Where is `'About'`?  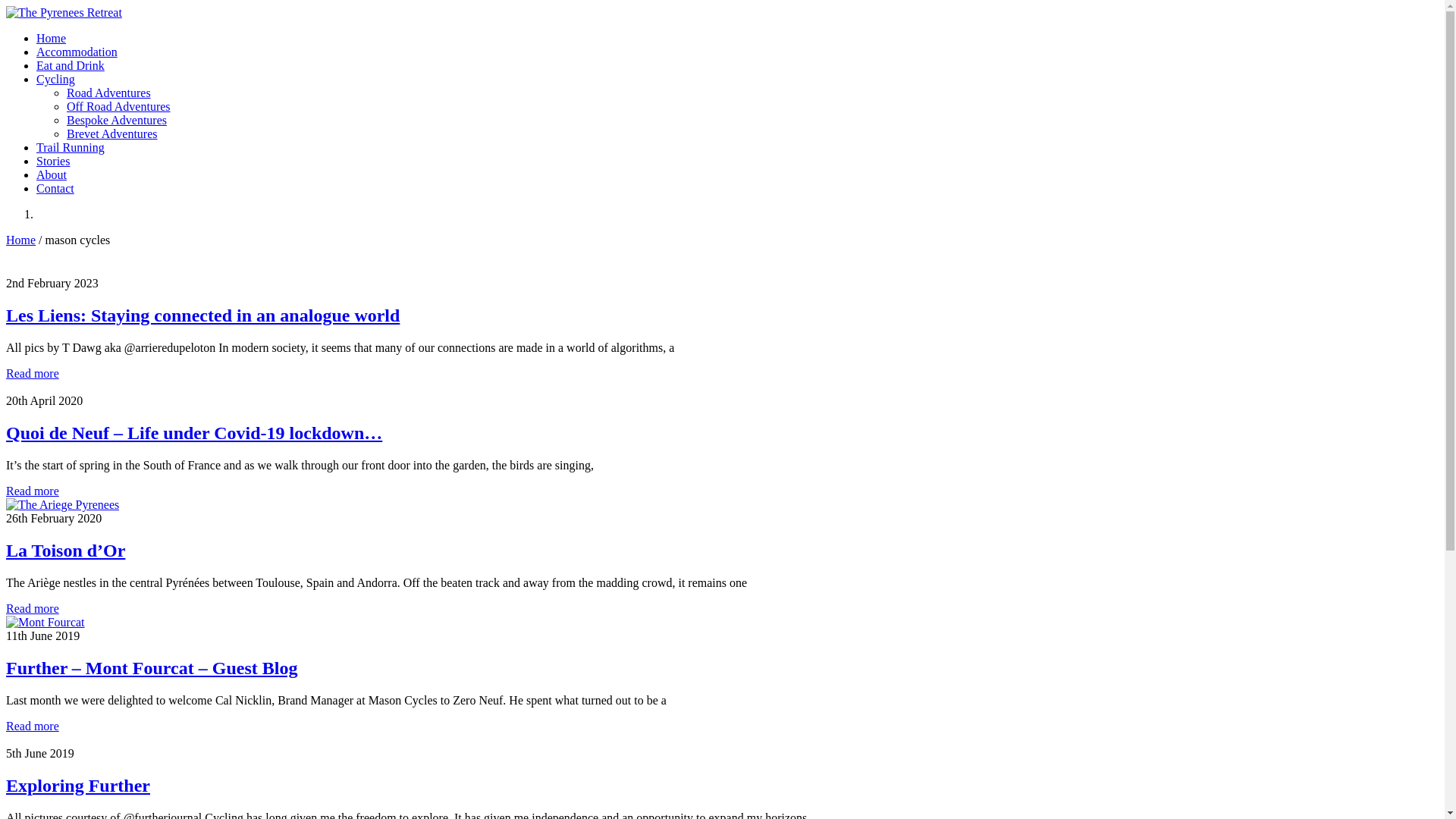
'About' is located at coordinates (51, 174).